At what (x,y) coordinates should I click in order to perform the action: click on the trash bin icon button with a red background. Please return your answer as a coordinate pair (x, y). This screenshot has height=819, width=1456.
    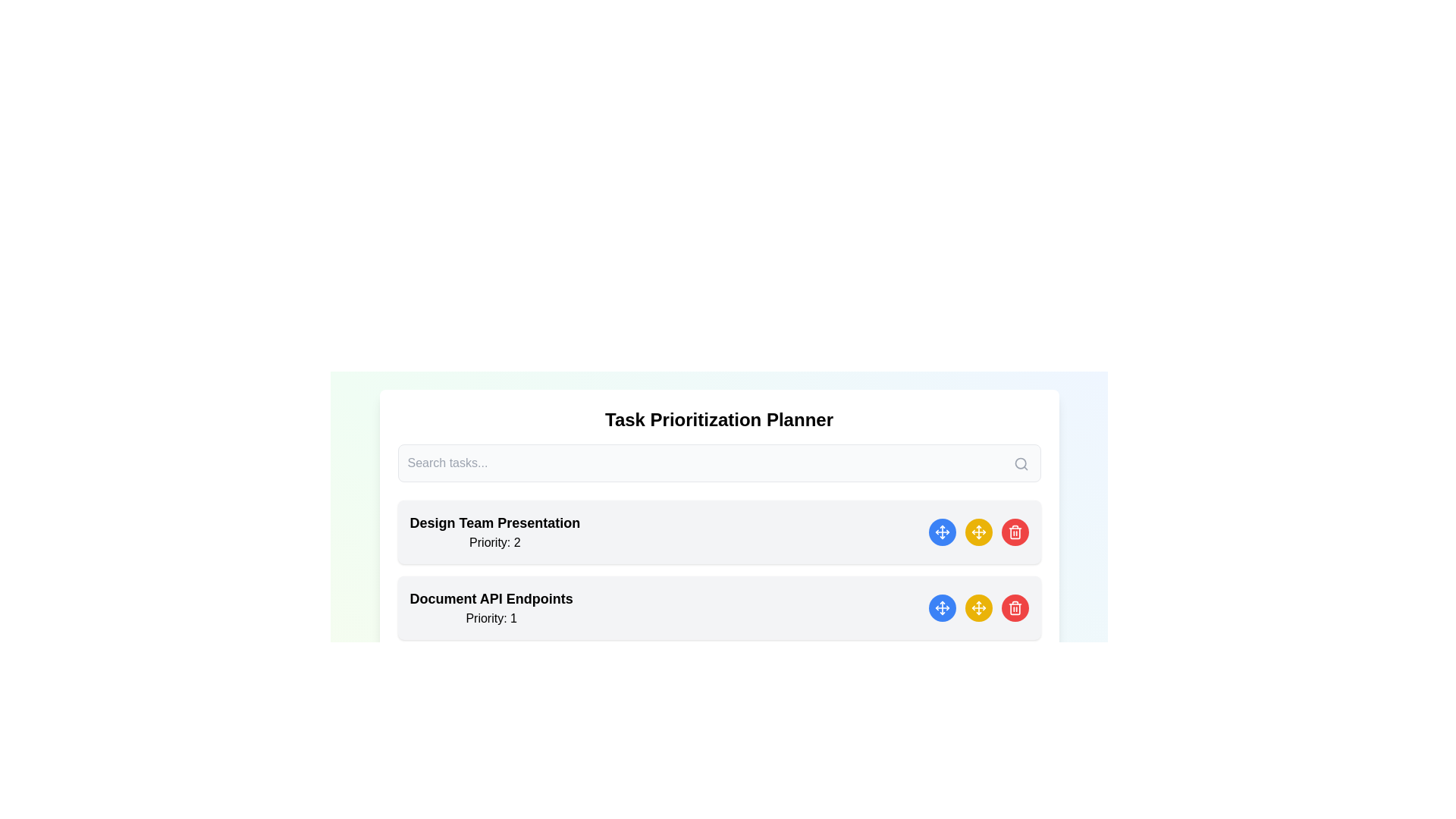
    Looking at the image, I should click on (1015, 607).